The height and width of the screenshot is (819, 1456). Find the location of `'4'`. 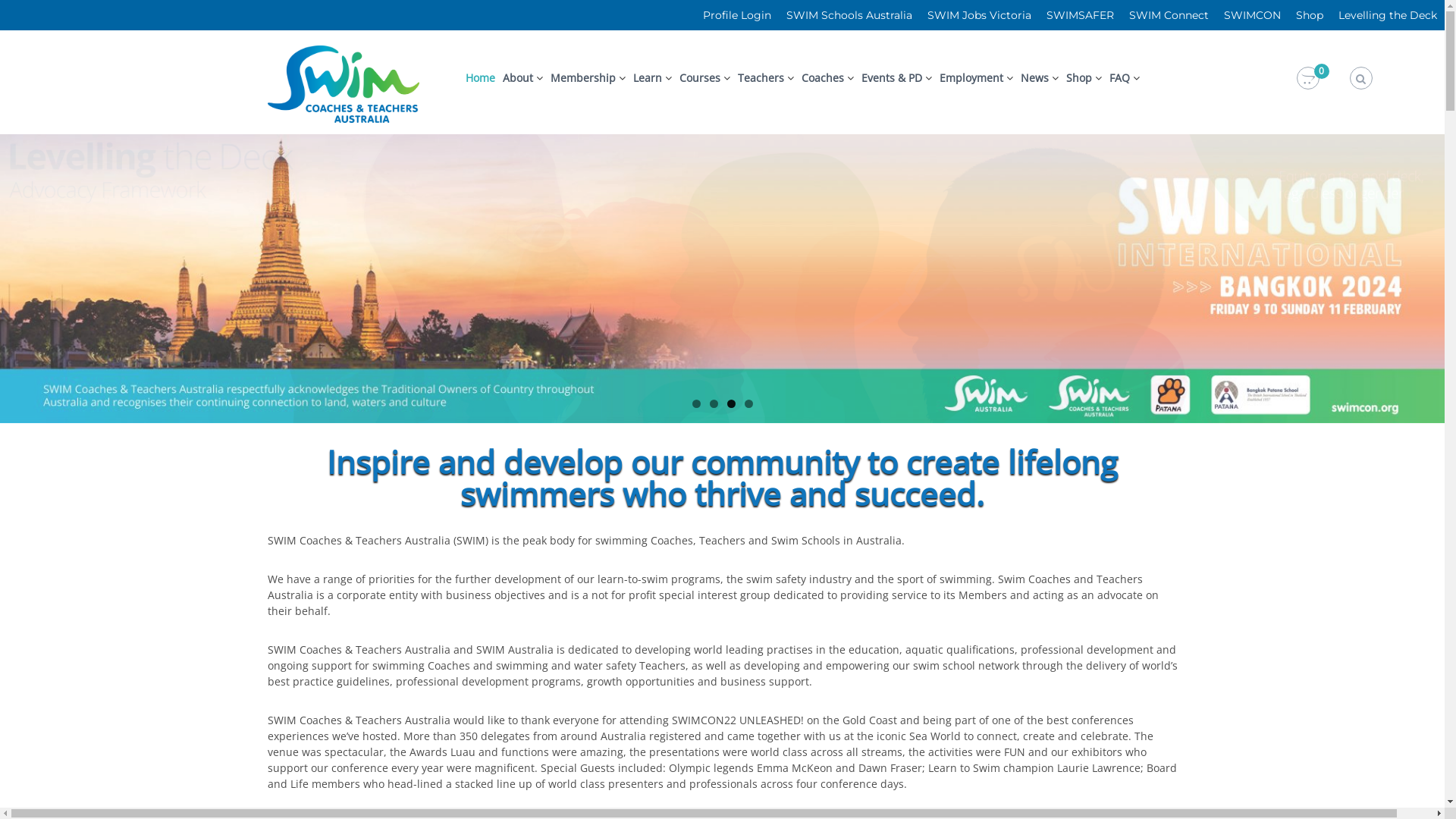

'4' is located at coordinates (748, 403).